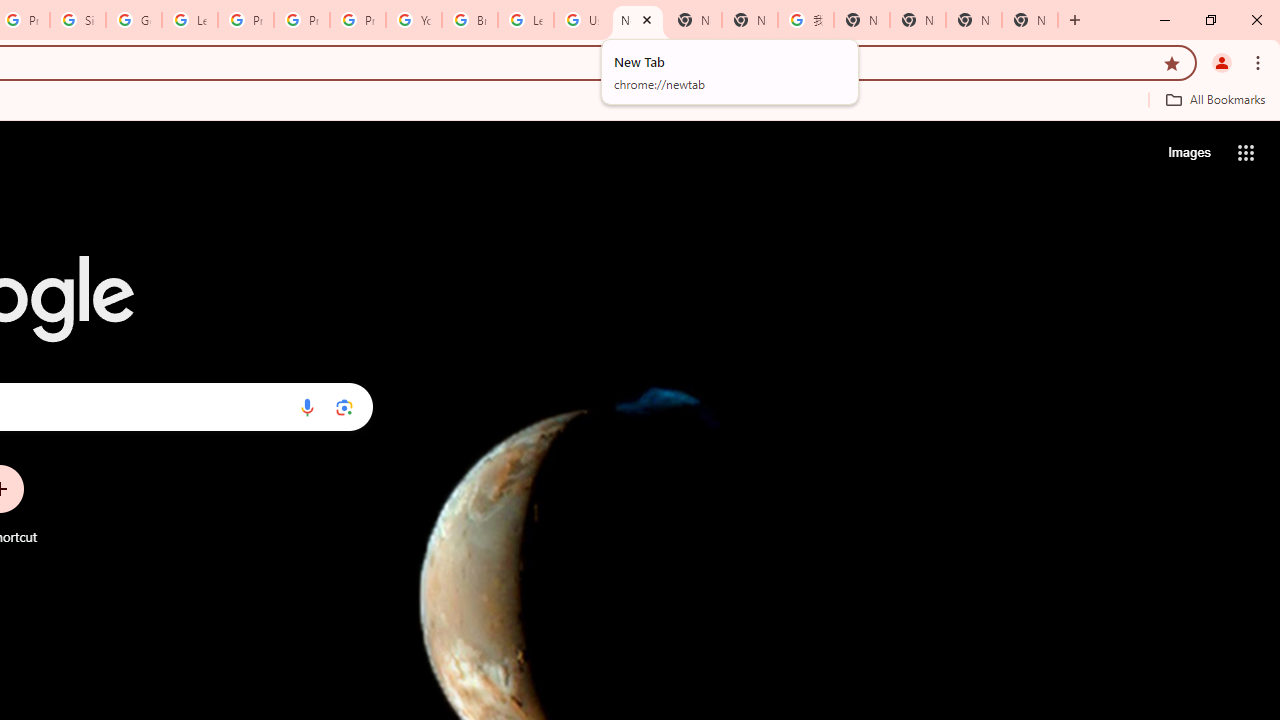 The height and width of the screenshot is (720, 1280). I want to click on 'Sign in - Google Accounts', so click(78, 20).